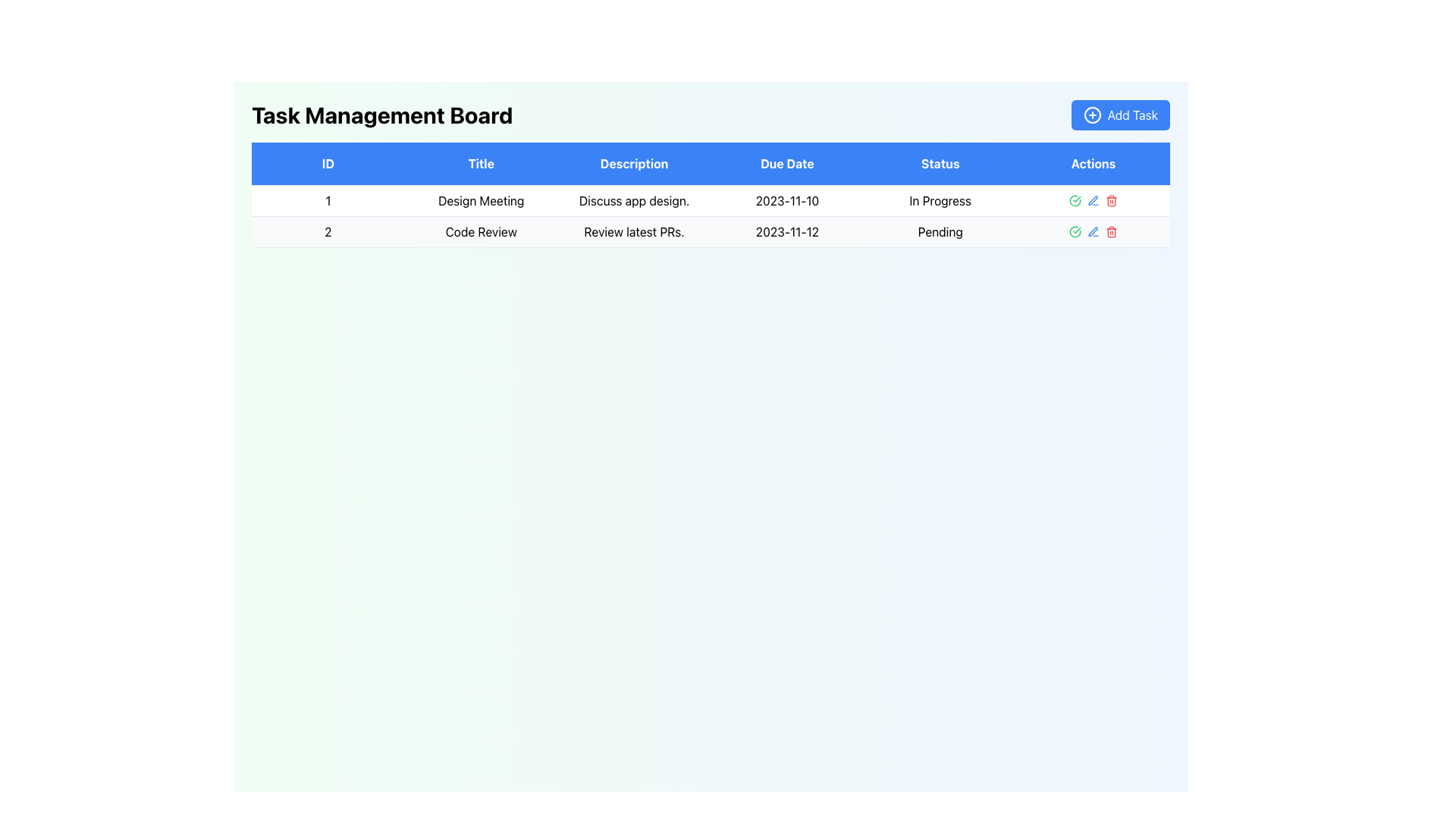 The height and width of the screenshot is (819, 1456). What do you see at coordinates (1094, 200) in the screenshot?
I see `the blue pen icon button located in the second row of the actions column to initiate editing` at bounding box center [1094, 200].